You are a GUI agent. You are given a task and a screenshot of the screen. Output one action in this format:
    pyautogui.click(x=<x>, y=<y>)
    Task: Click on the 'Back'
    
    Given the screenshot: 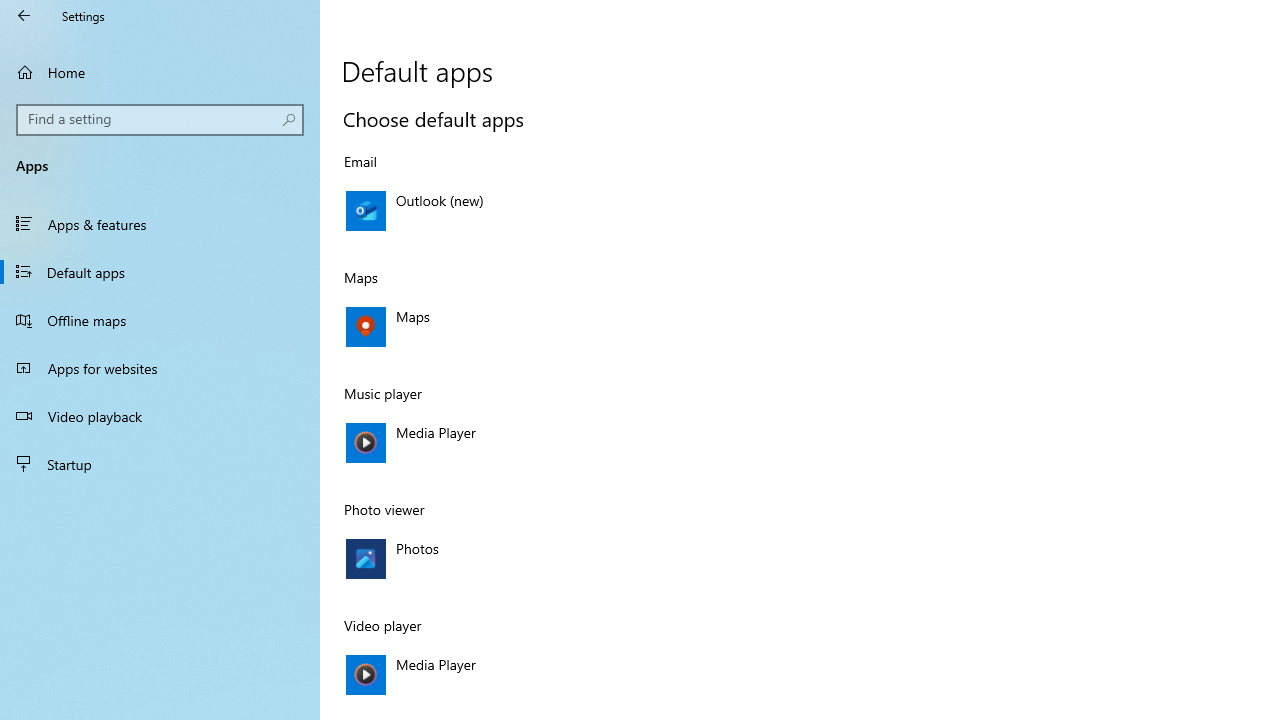 What is the action you would take?
    pyautogui.click(x=24, y=15)
    